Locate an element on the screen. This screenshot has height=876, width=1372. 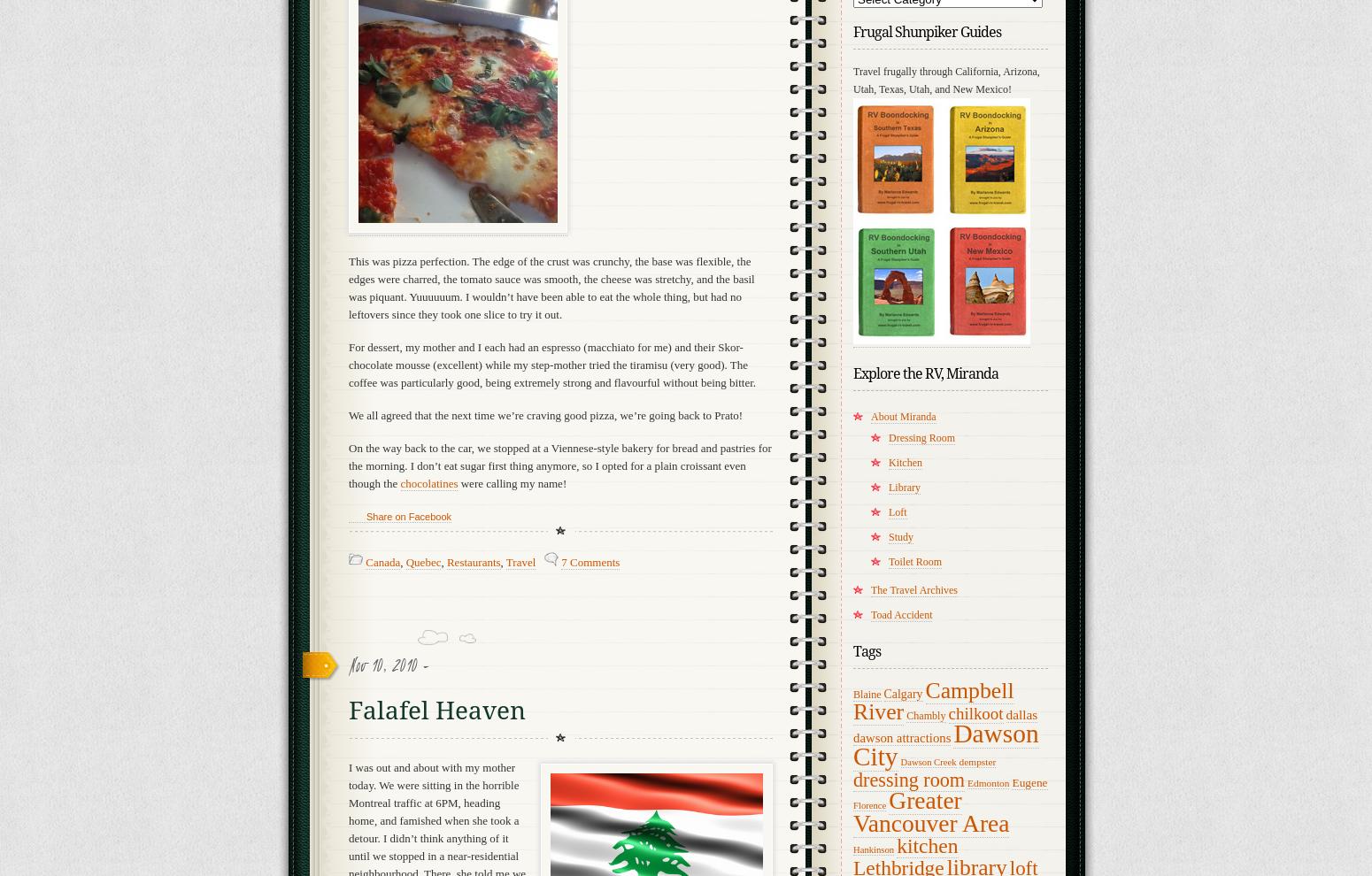
'7 Comments' is located at coordinates (589, 560).